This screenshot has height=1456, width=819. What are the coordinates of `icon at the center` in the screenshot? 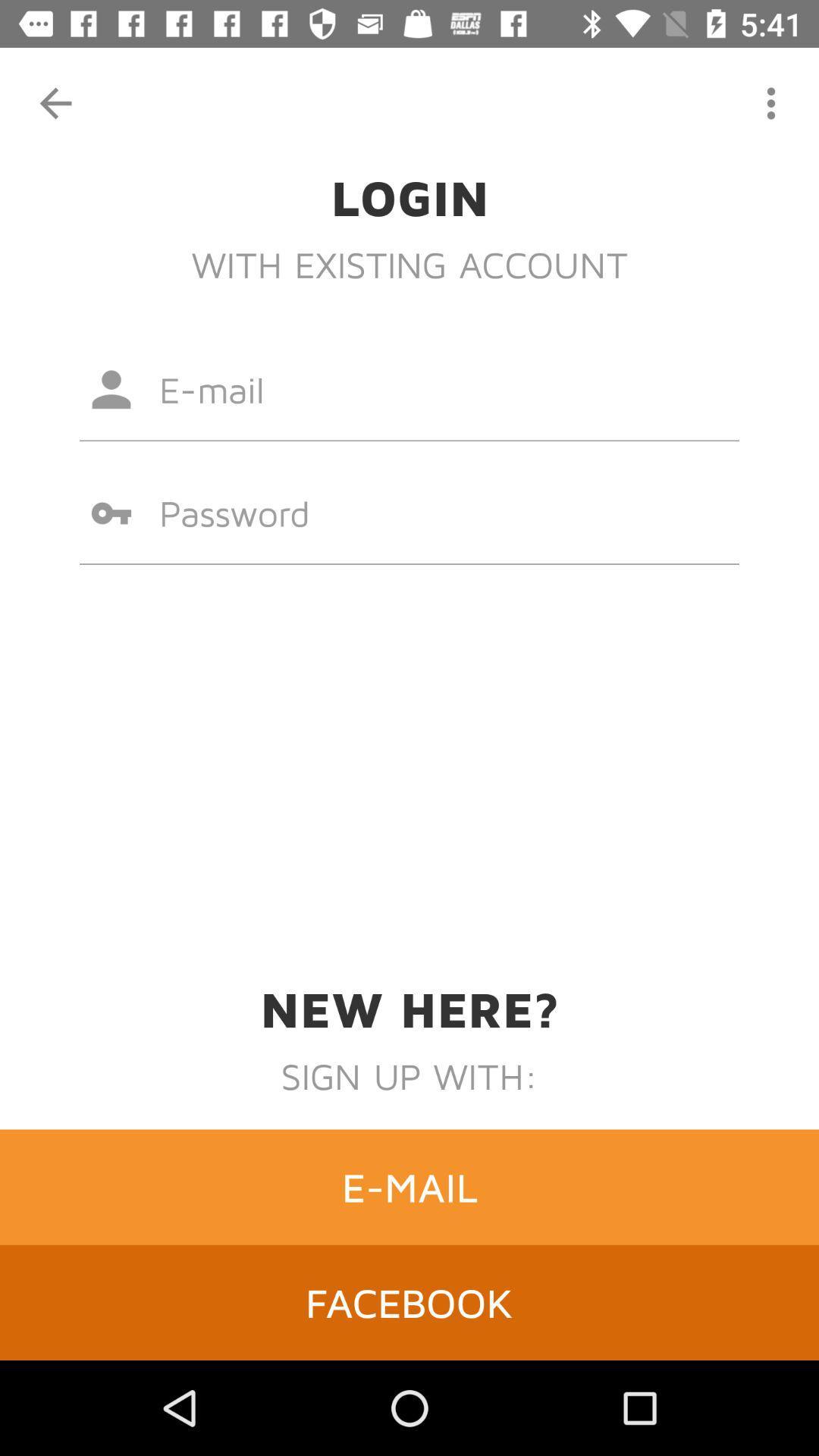 It's located at (409, 513).